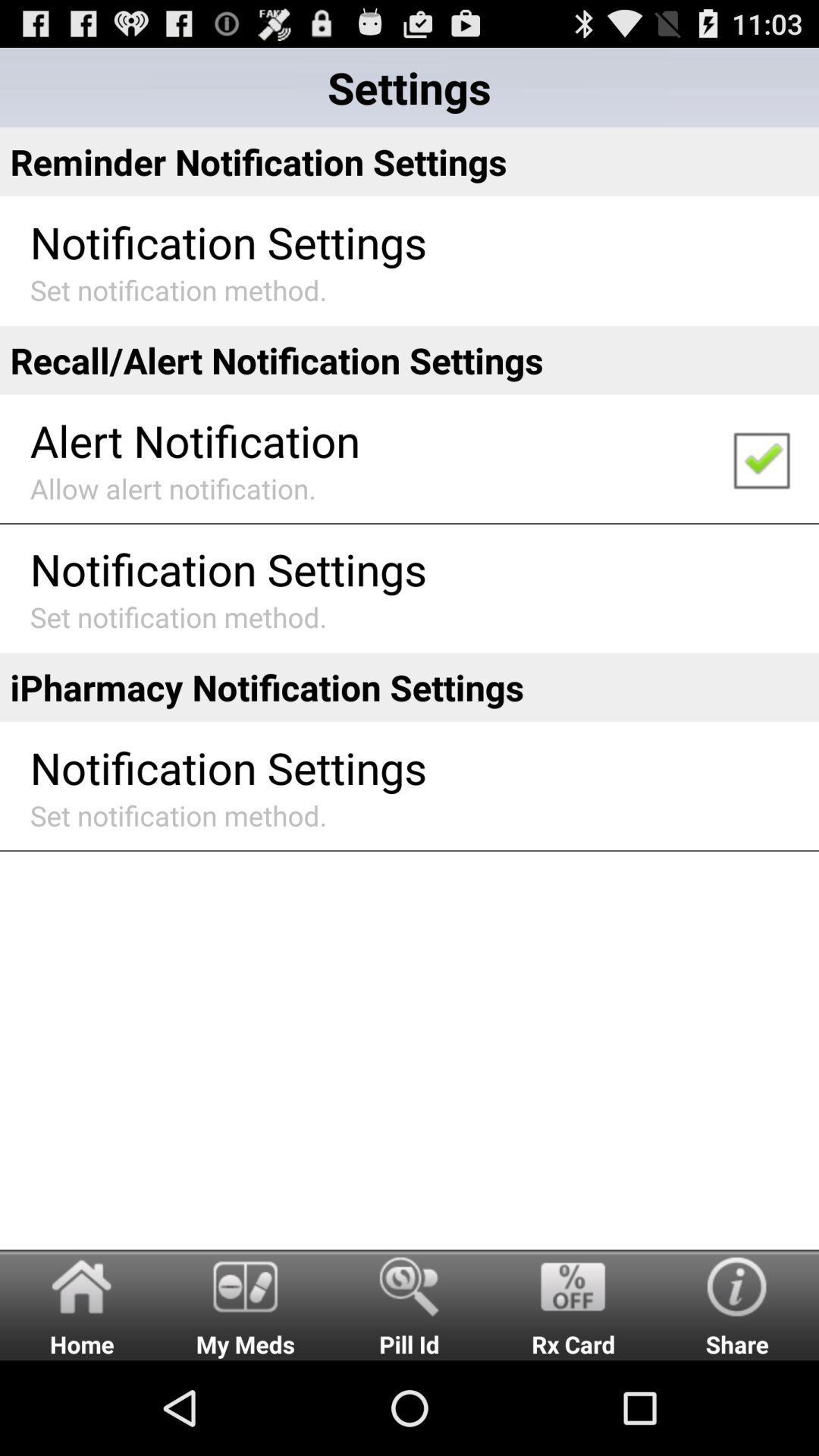 This screenshot has height=1456, width=819. What do you see at coordinates (409, 1304) in the screenshot?
I see `the item at the bottom` at bounding box center [409, 1304].